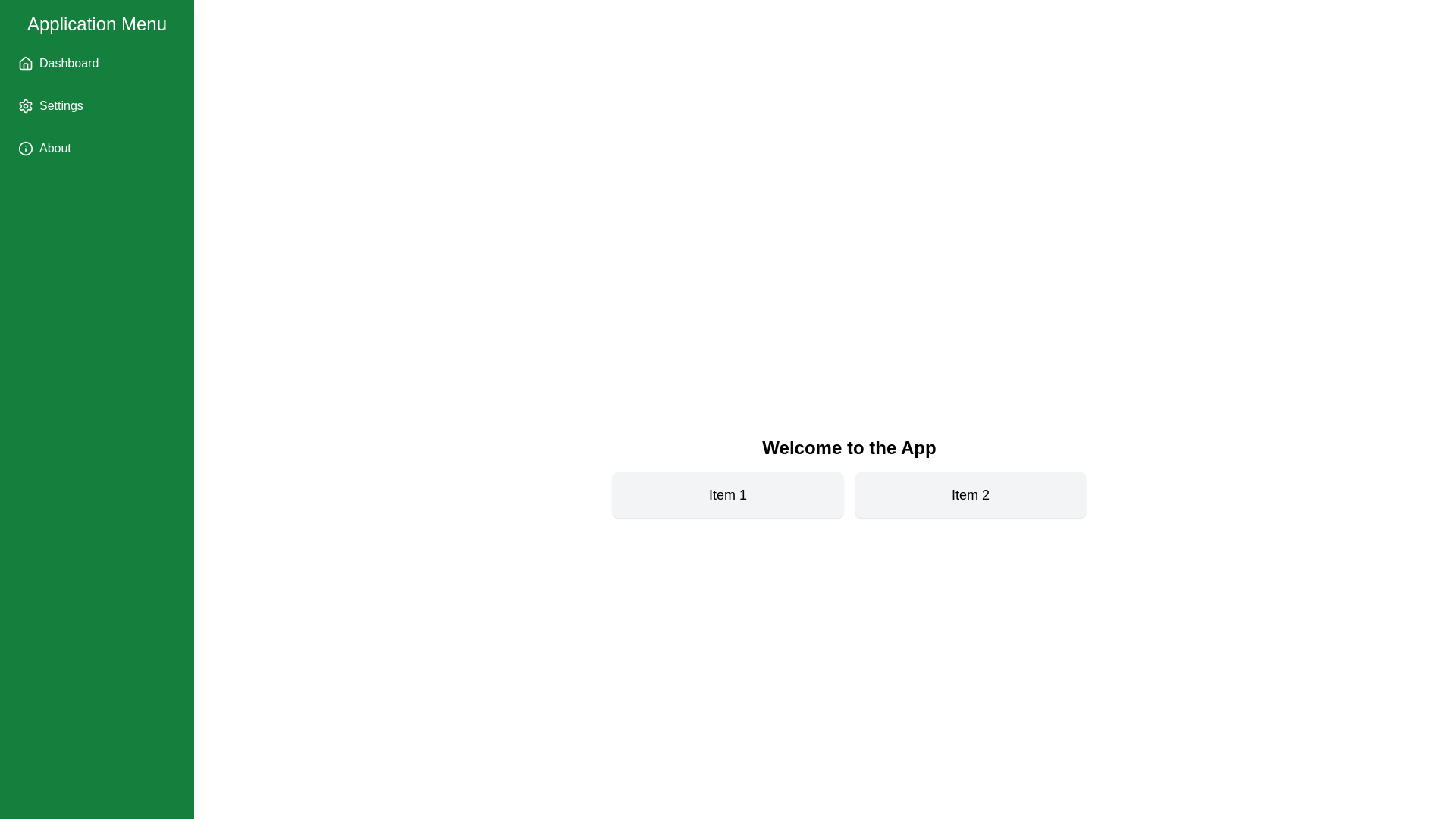 Image resolution: width=1456 pixels, height=819 pixels. Describe the element at coordinates (728, 494) in the screenshot. I see `the 'Item 1' card to interact with it` at that location.